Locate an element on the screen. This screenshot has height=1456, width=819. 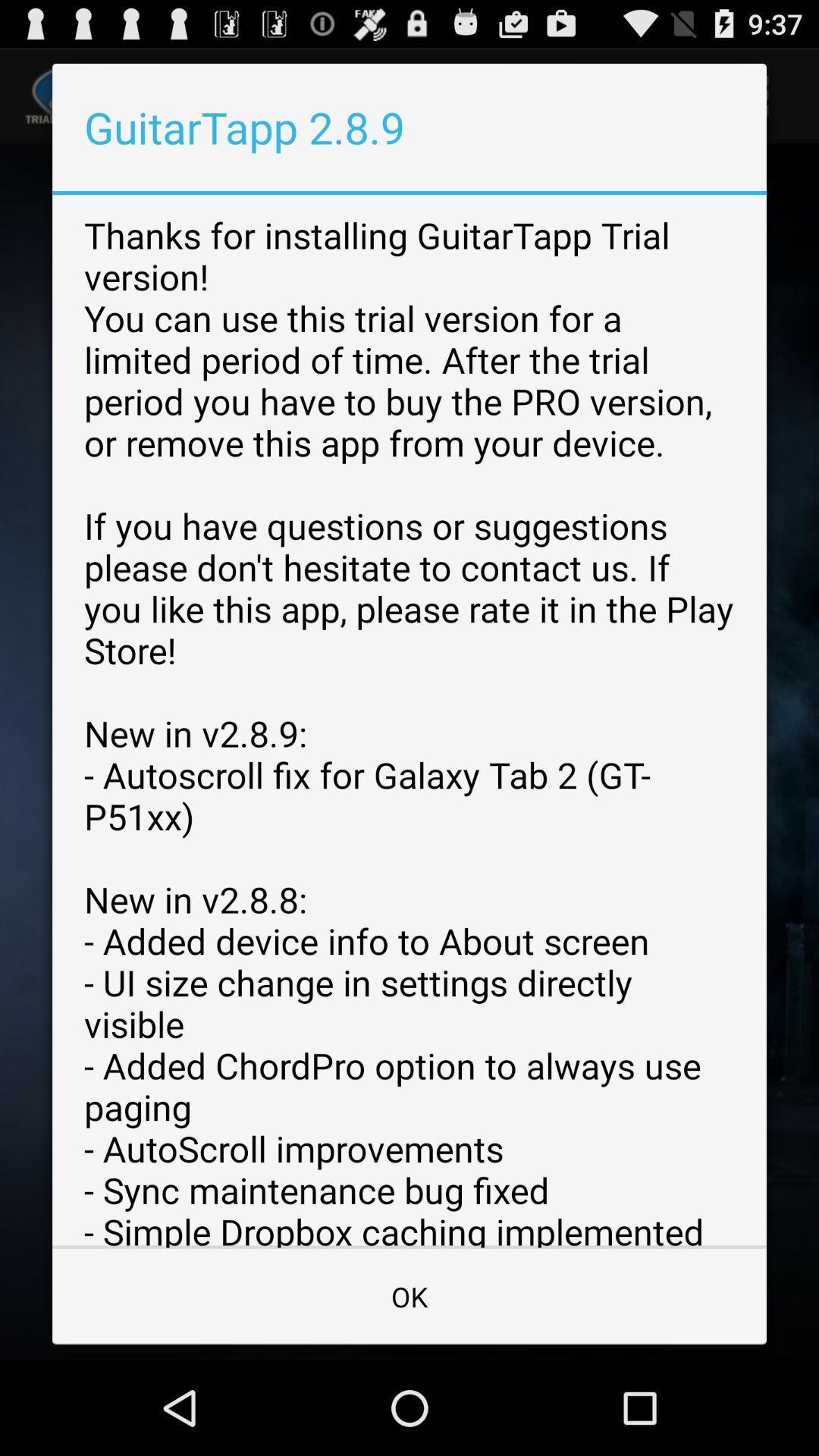
the ok item is located at coordinates (409, 1295).